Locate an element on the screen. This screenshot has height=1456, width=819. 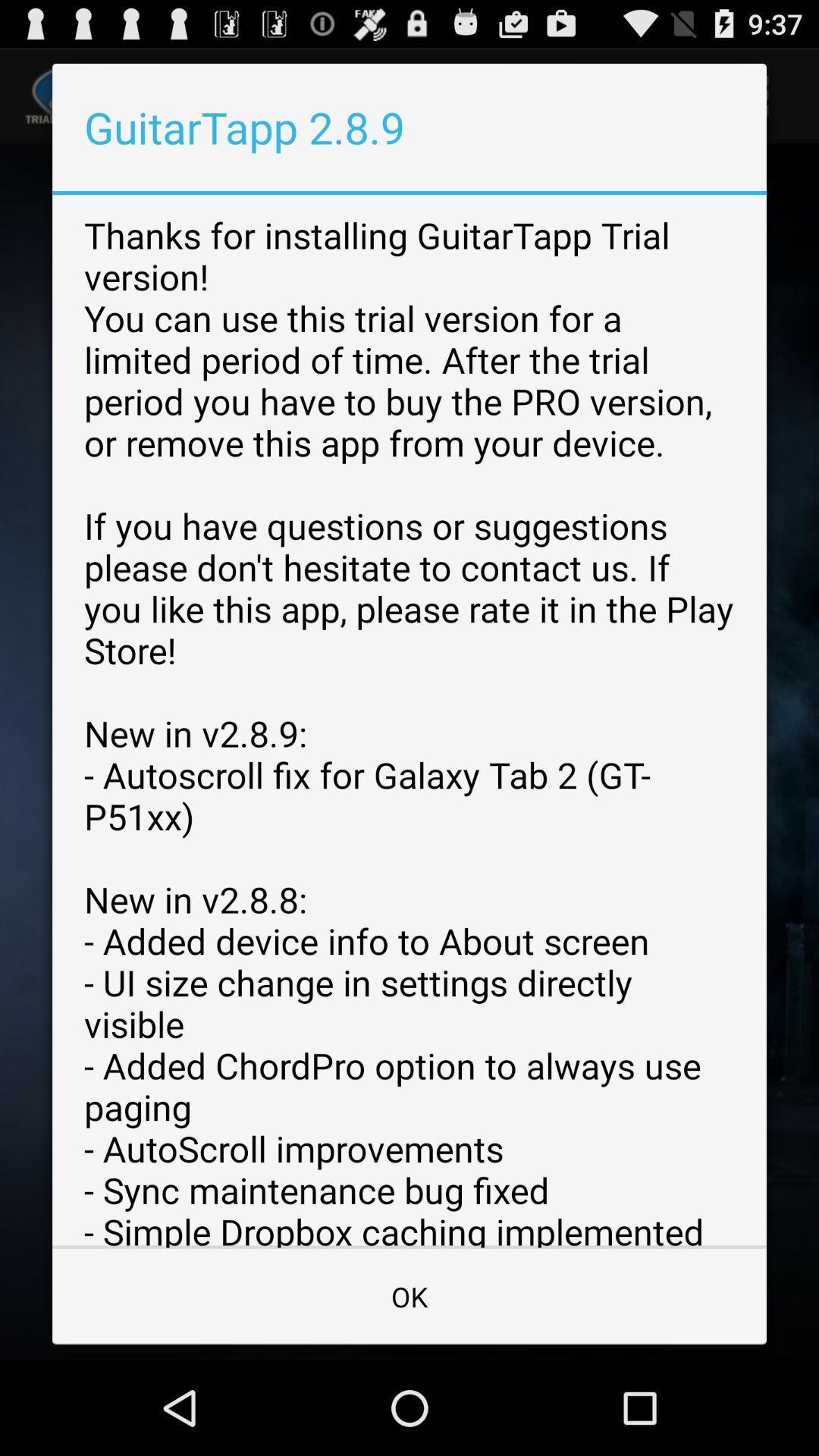
the ok item is located at coordinates (409, 1295).